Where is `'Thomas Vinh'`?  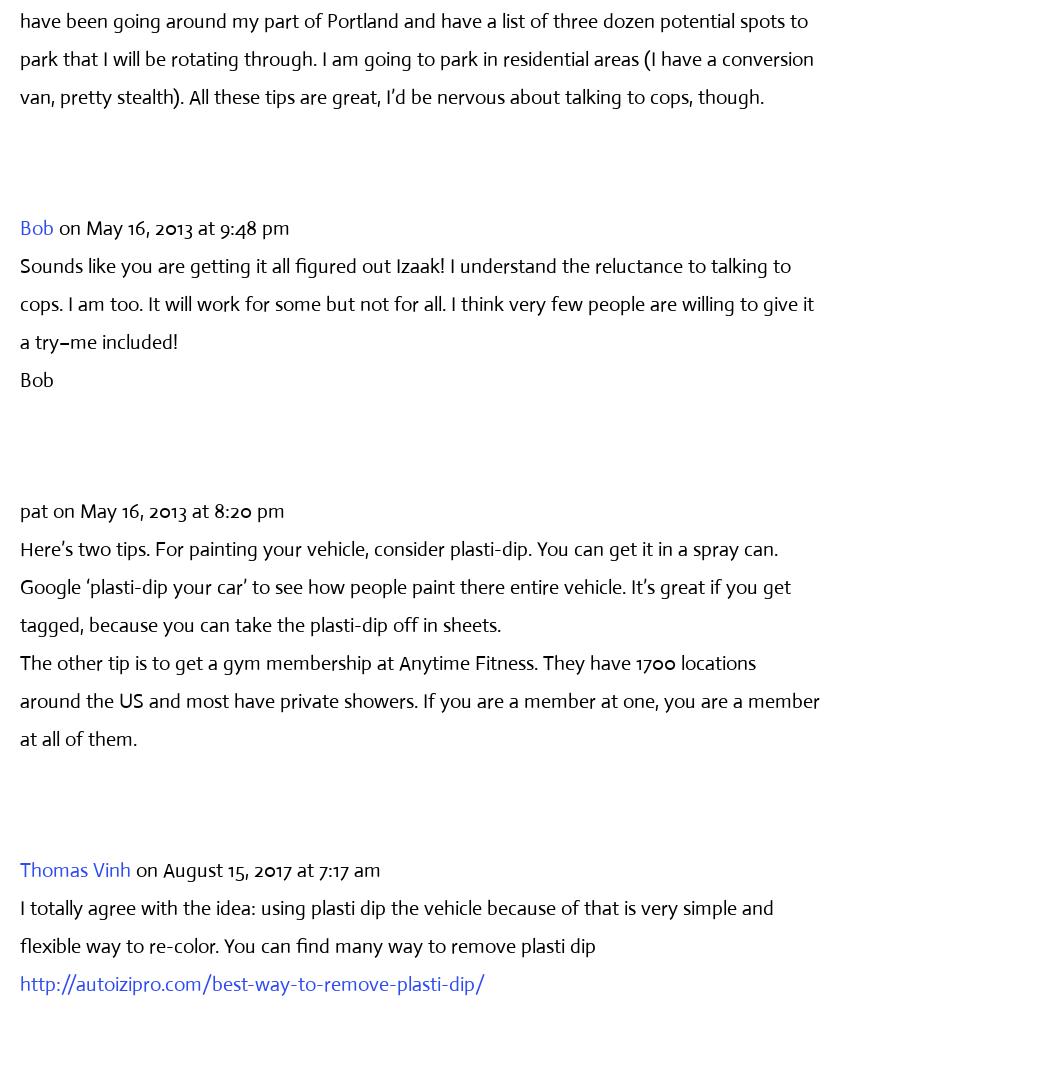 'Thomas Vinh' is located at coordinates (75, 868).